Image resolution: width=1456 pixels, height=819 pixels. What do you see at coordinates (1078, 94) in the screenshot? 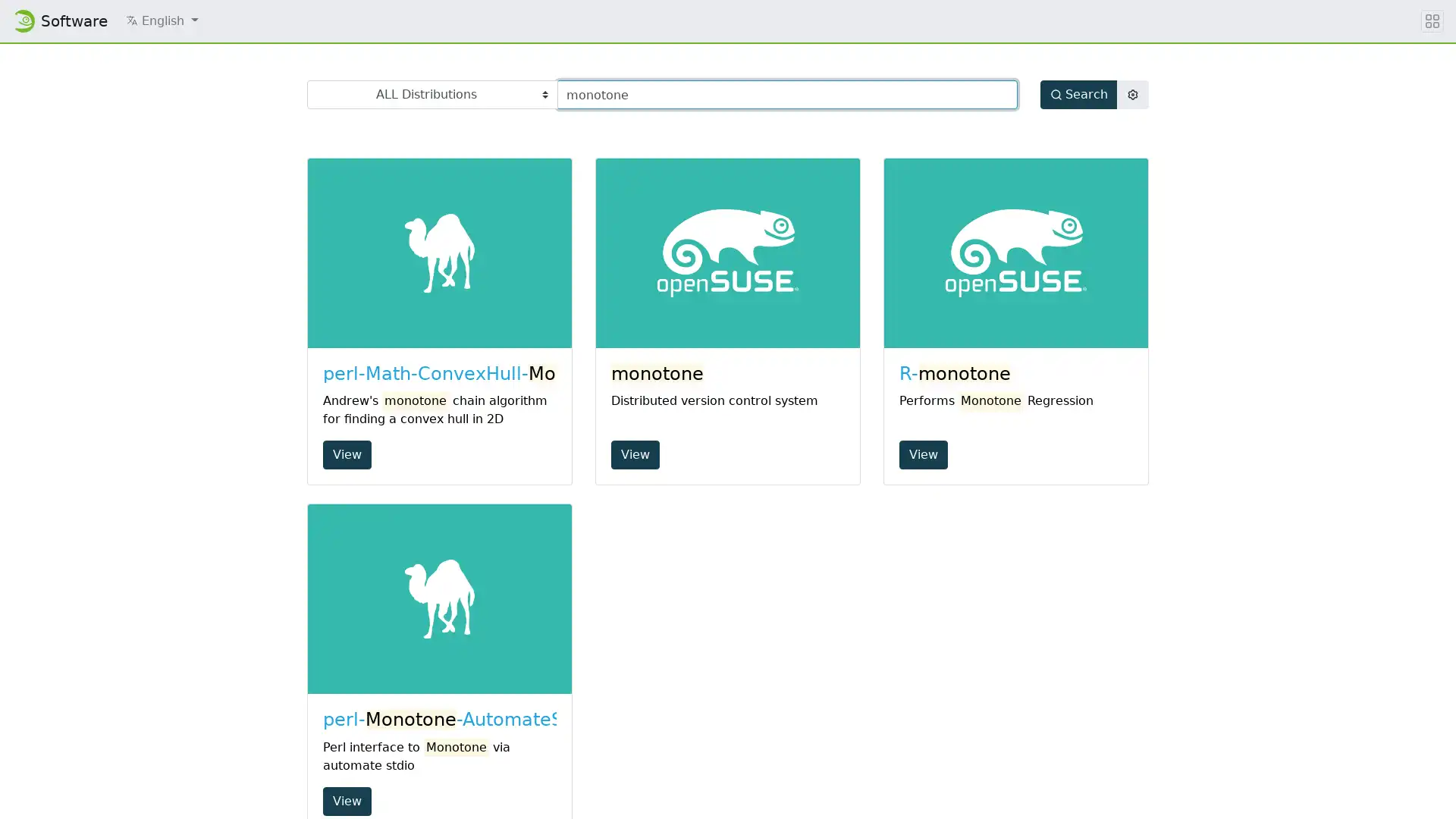
I see `Search` at bounding box center [1078, 94].